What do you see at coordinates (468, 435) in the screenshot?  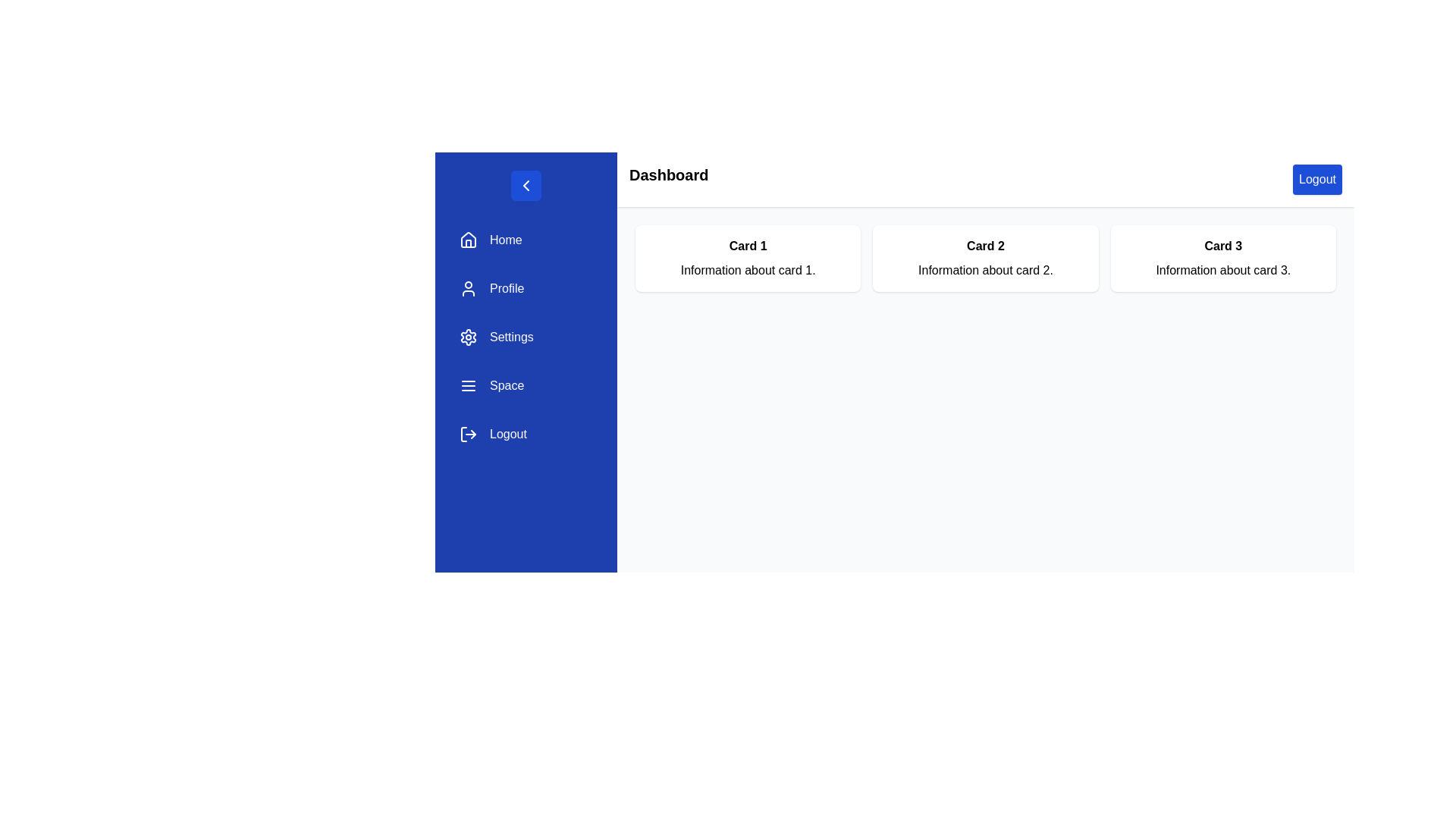 I see `the logout icon located in the sidebar menu at the bottom, adjacent to the text 'Logout'` at bounding box center [468, 435].